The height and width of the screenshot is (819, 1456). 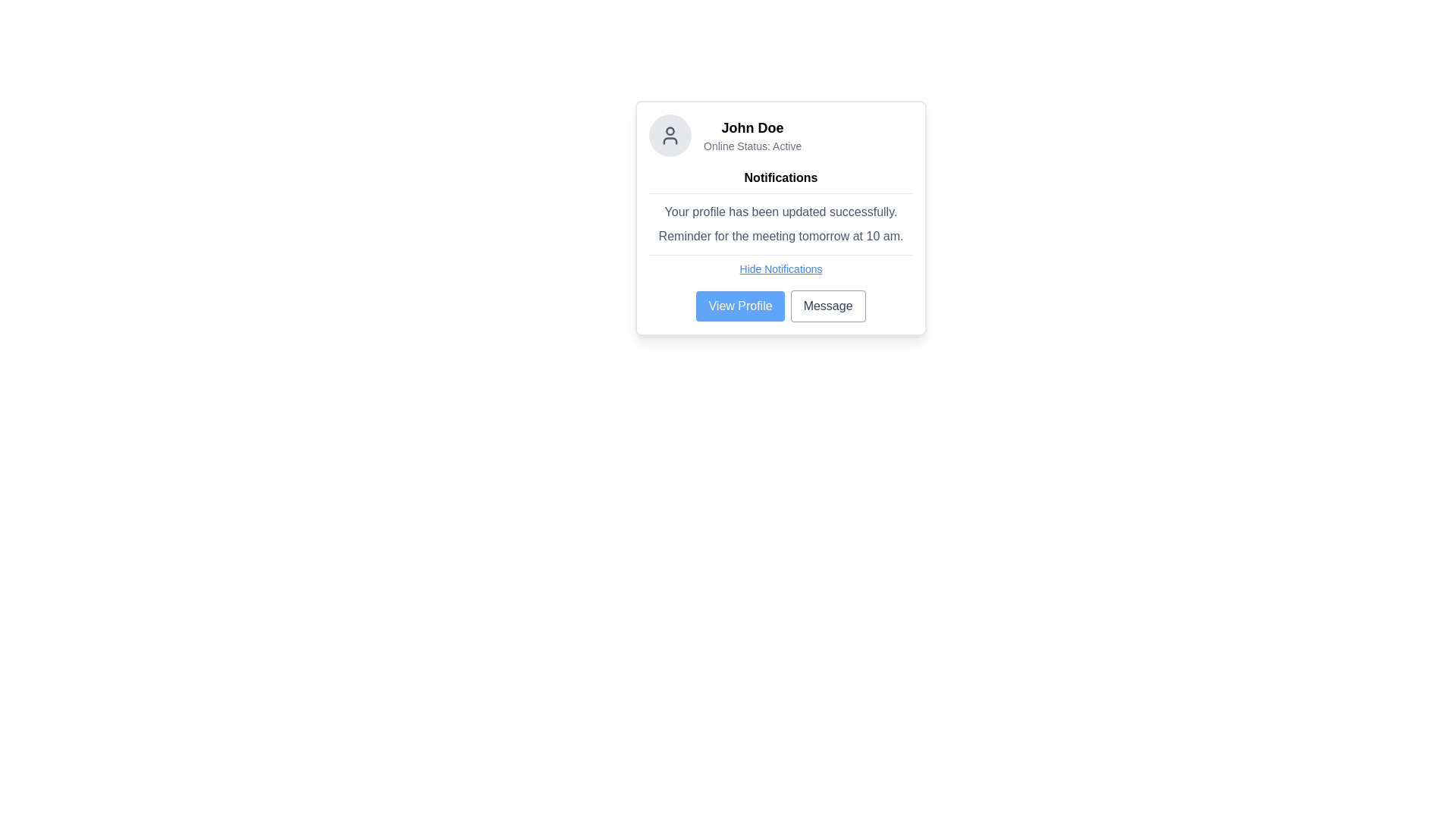 I want to click on the text notification element that displays 'Your profile has been updated successfully.' and 'Reminder for the meeting tomorrow at 10 am.' in the notifications panel, so click(x=781, y=224).